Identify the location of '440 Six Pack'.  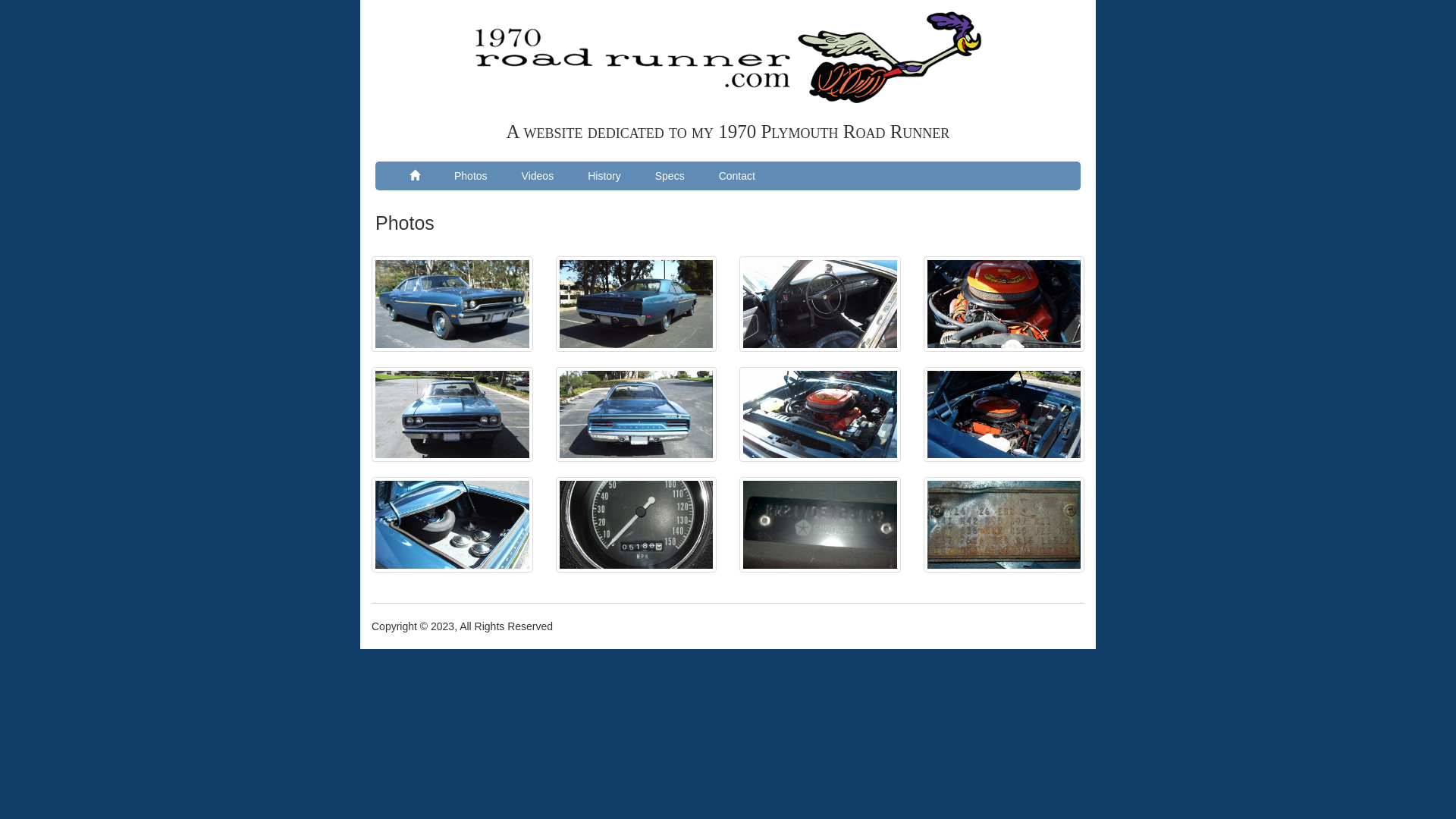
(1004, 304).